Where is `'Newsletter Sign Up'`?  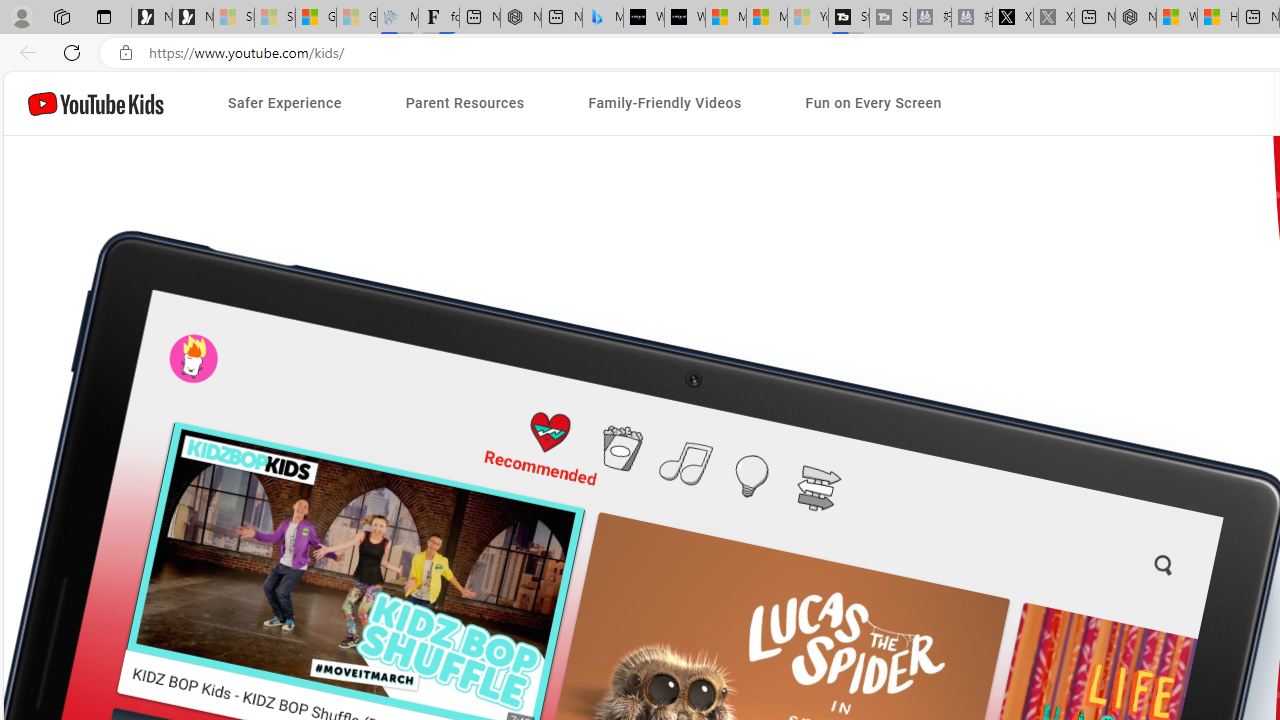
'Newsletter Sign Up' is located at coordinates (192, 17).